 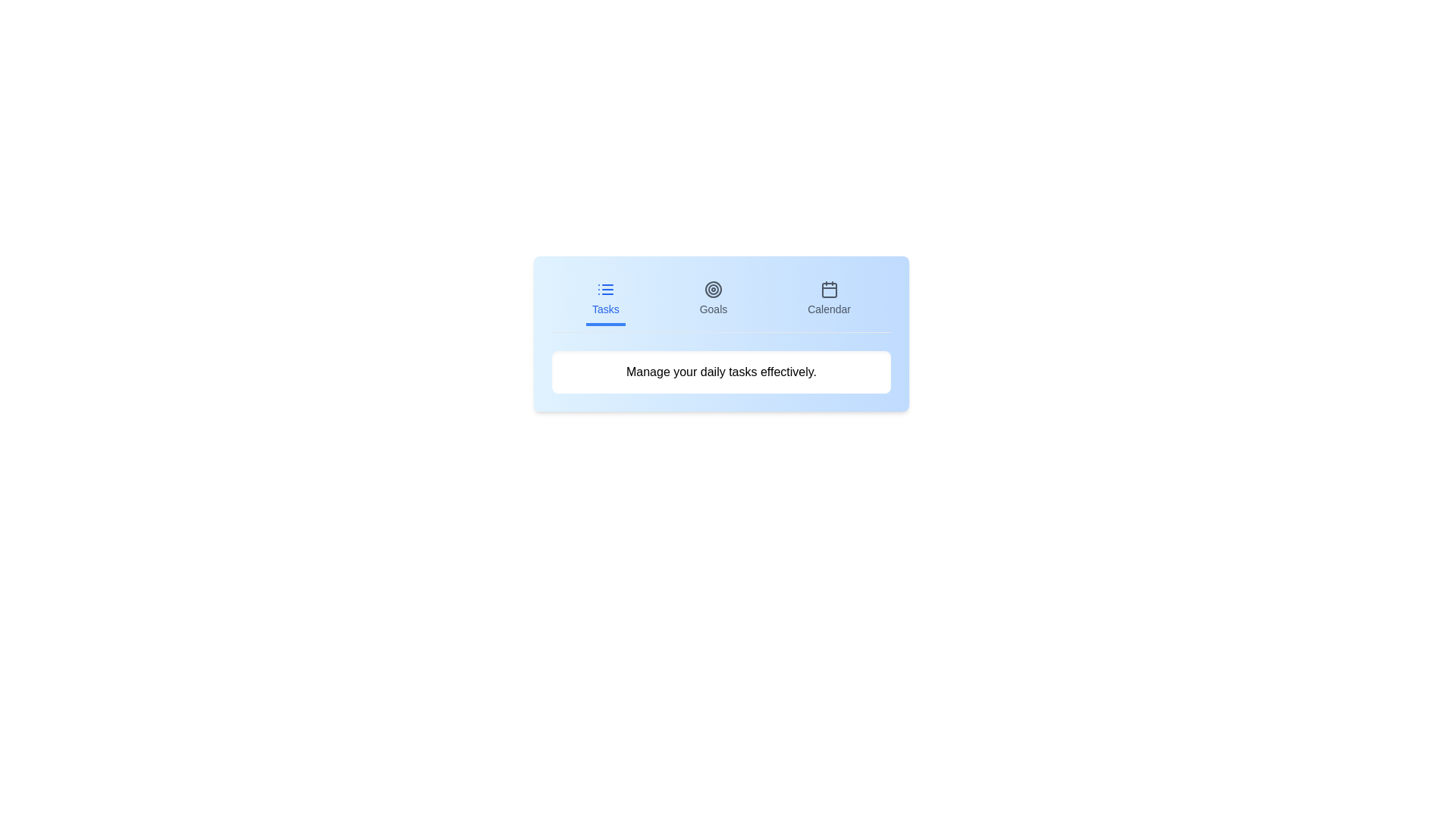 I want to click on the Goals tab by clicking on its title or icon, so click(x=712, y=300).